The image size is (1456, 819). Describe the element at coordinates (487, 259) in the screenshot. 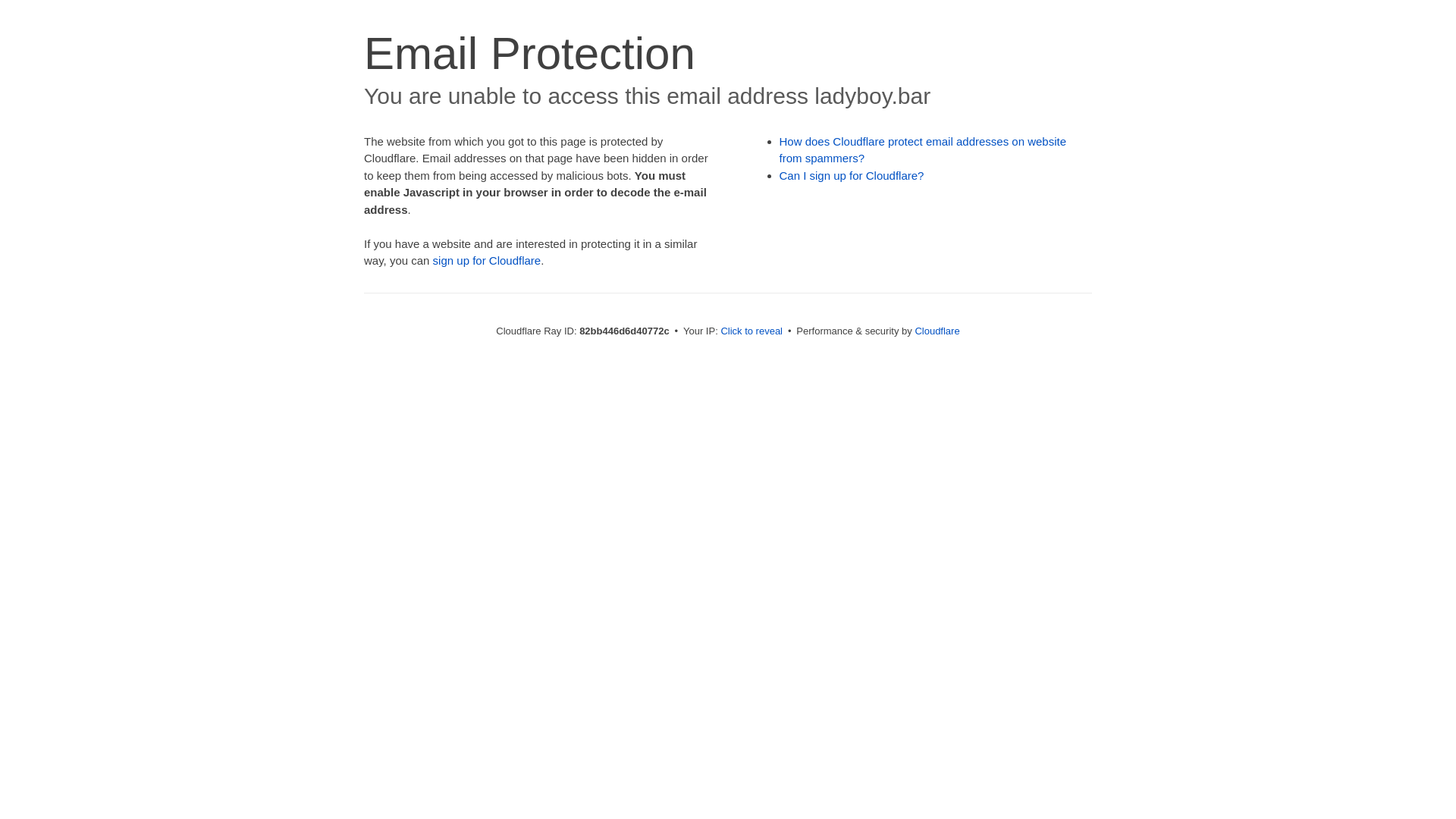

I see `'sign up for Cloudflare'` at that location.